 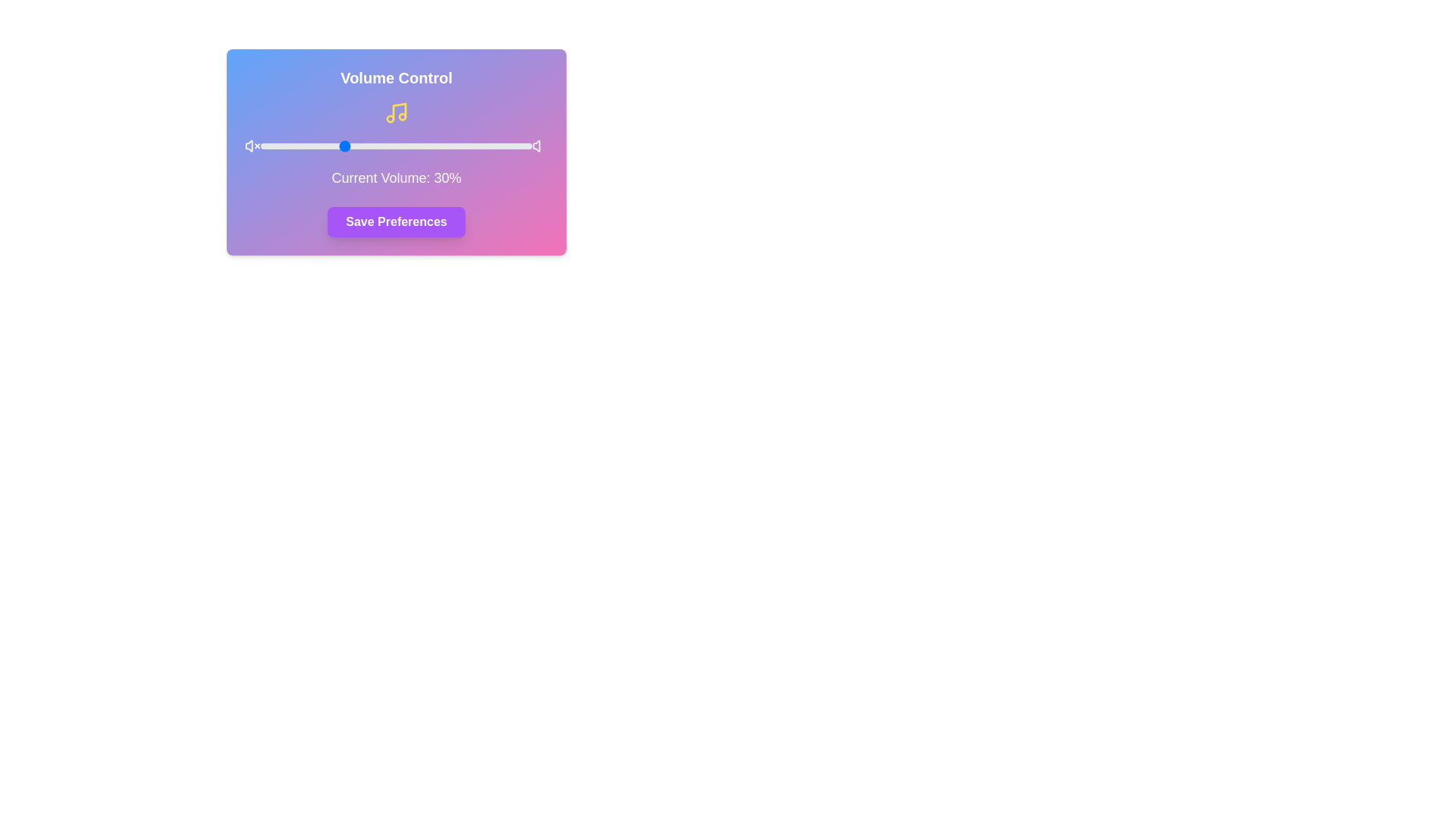 What do you see at coordinates (507, 146) in the screenshot?
I see `the volume slider to set it to 91%` at bounding box center [507, 146].